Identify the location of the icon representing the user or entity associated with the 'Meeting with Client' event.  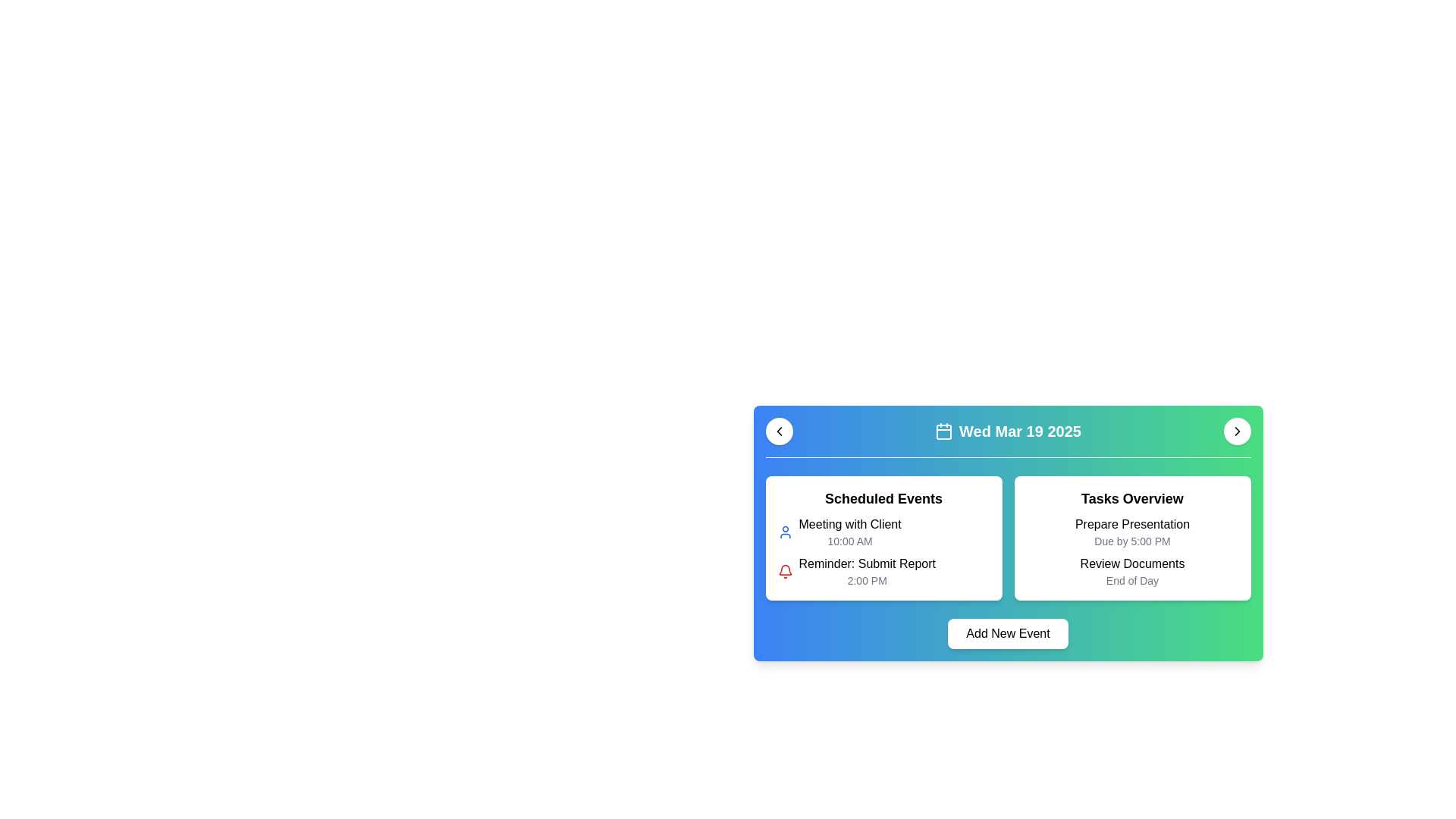
(785, 532).